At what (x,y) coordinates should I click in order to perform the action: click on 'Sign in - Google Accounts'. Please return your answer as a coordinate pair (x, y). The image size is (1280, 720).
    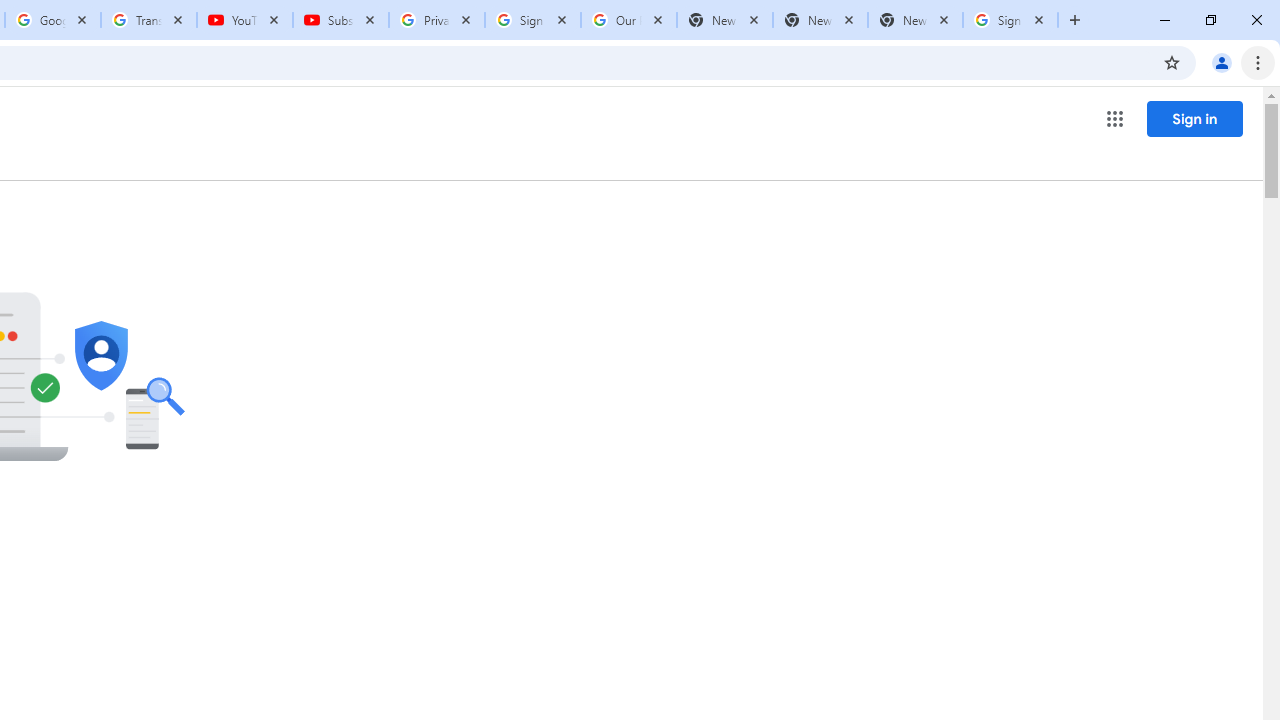
    Looking at the image, I should click on (533, 20).